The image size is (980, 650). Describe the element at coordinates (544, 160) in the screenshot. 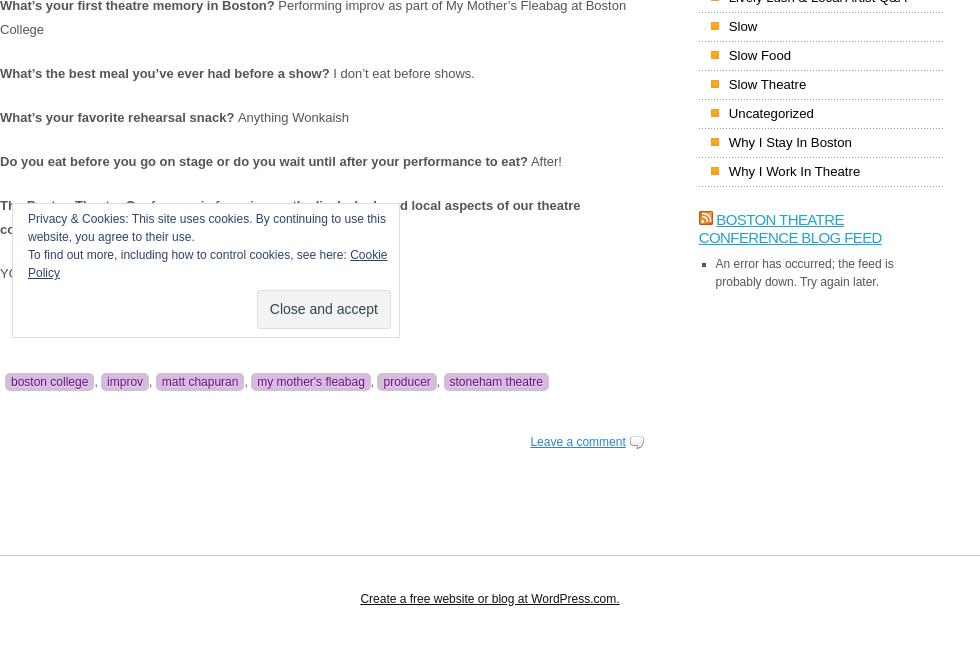

I see `'After!'` at that location.